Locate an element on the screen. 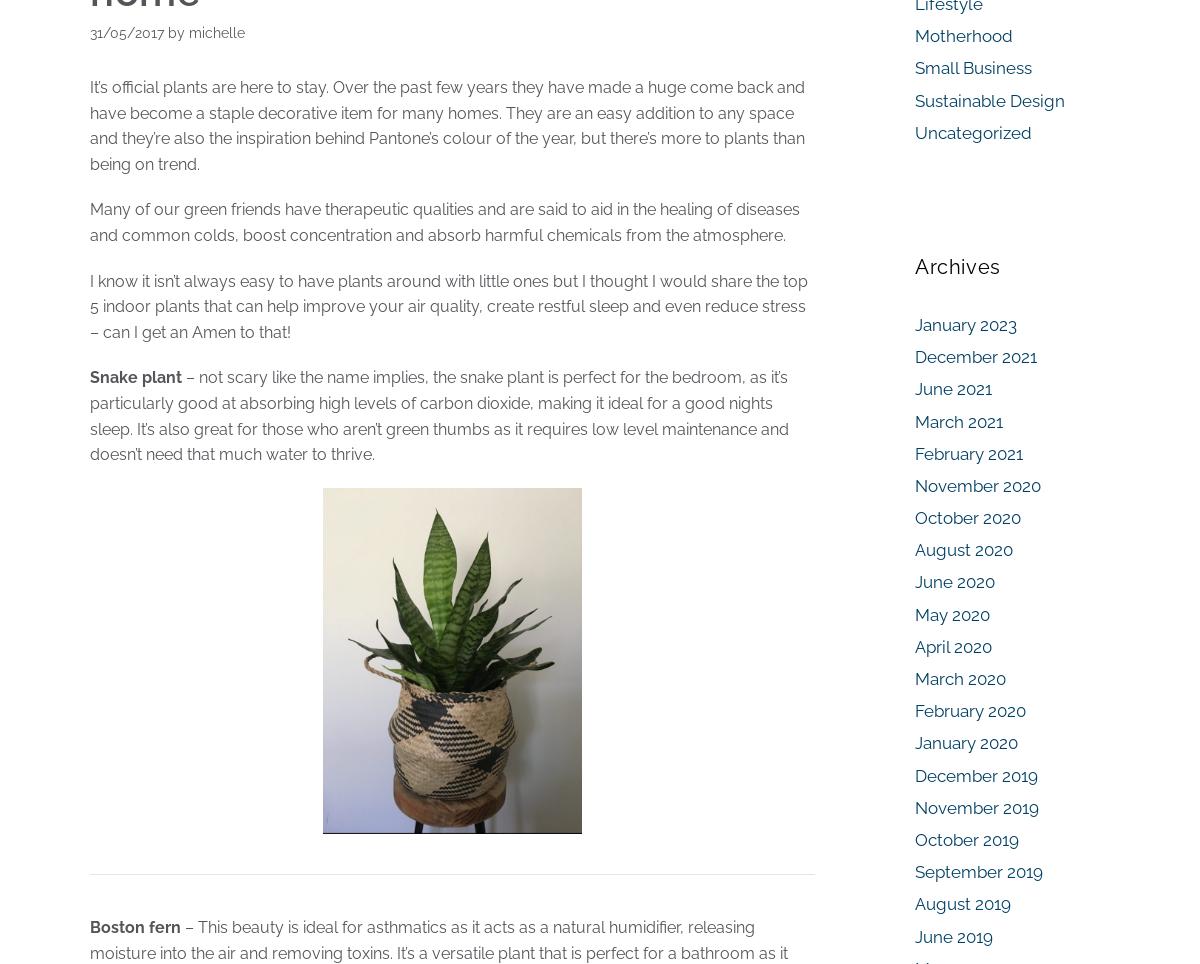  'January 2020' is located at coordinates (915, 741).